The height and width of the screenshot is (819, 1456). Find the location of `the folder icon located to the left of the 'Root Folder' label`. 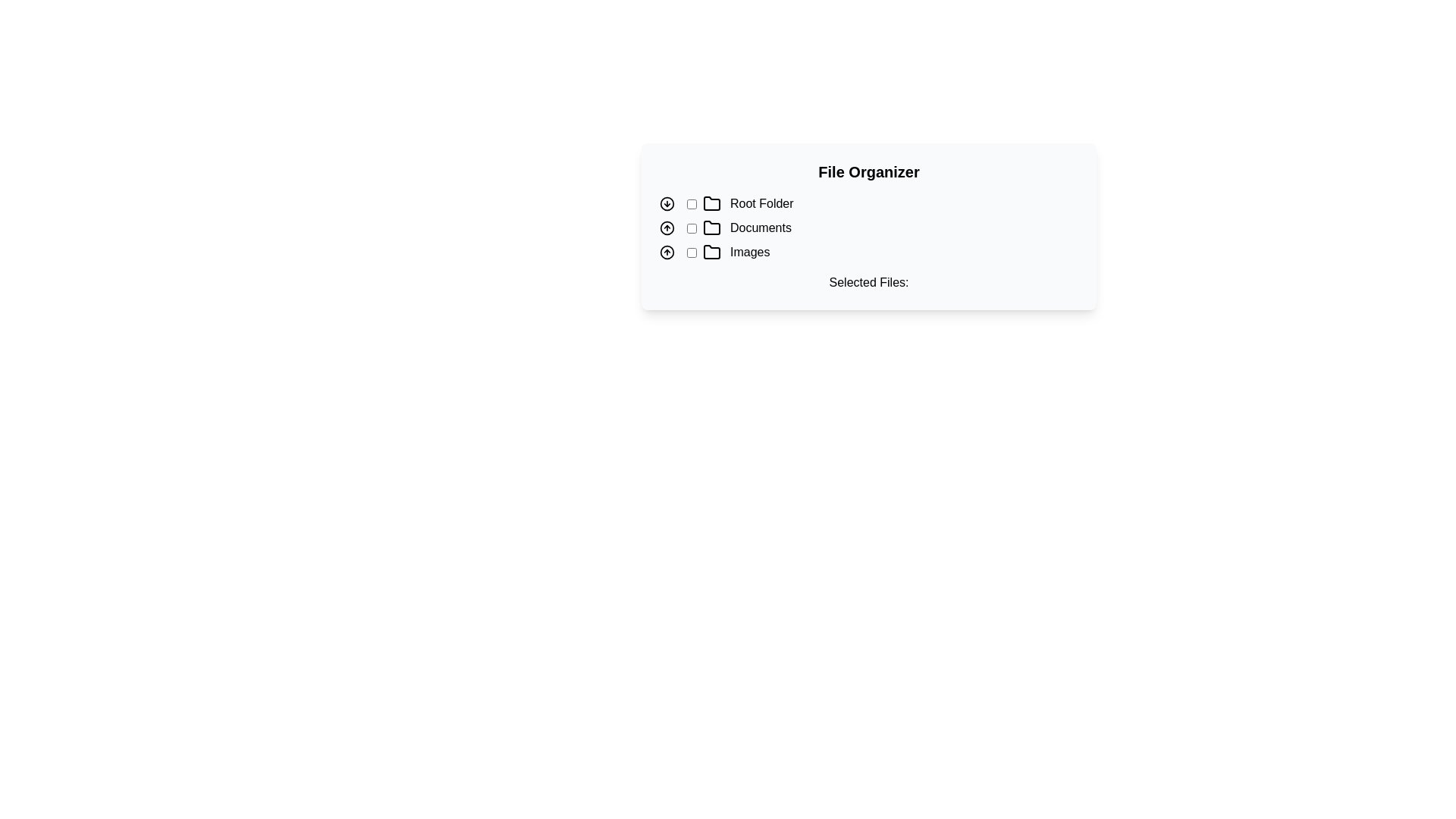

the folder icon located to the left of the 'Root Folder' label is located at coordinates (711, 202).